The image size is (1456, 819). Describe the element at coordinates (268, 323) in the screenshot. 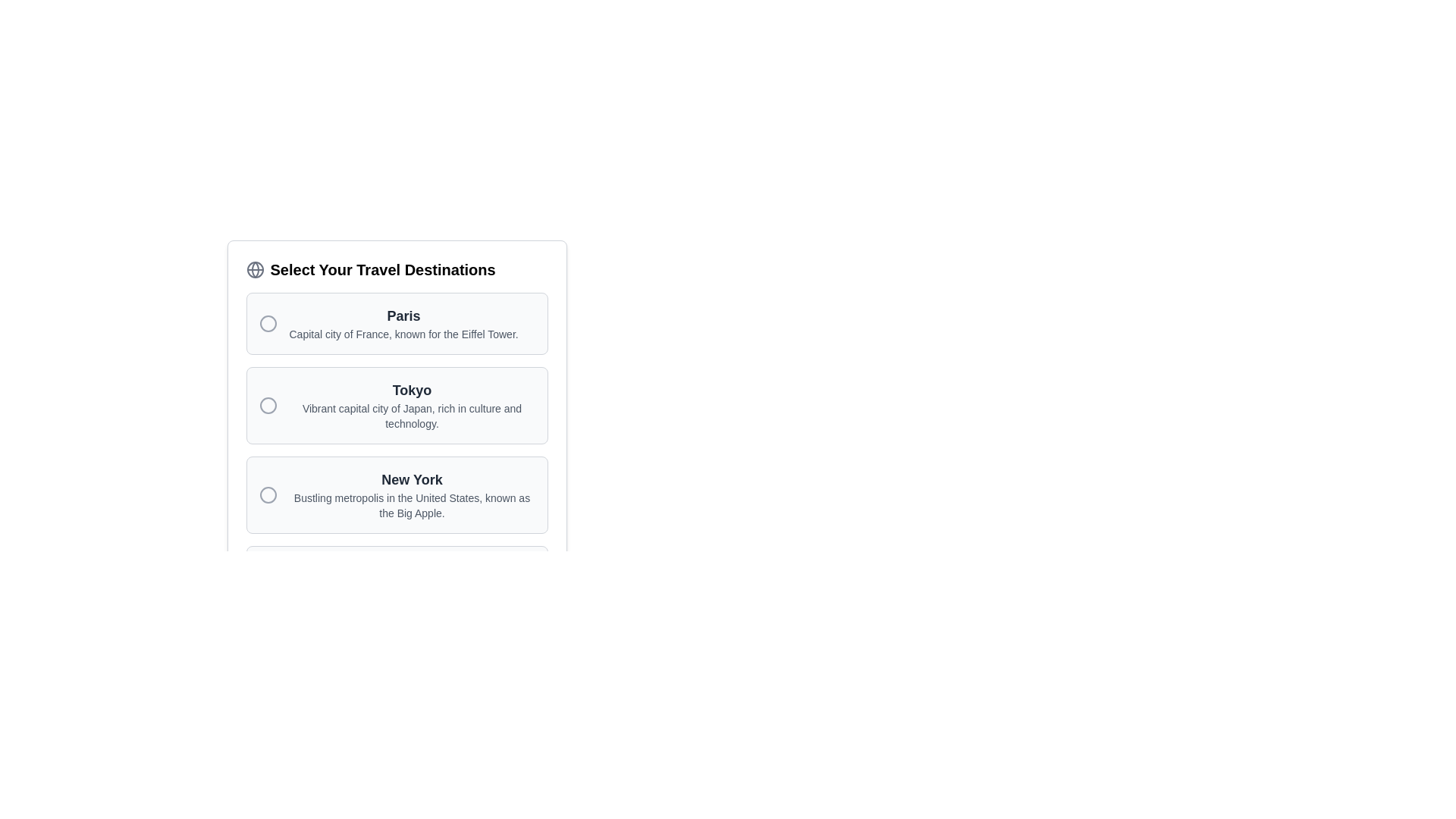

I see `the radio button for the first travel destination option labeled 'Paris' to trigger a tooltip or visual response` at that location.